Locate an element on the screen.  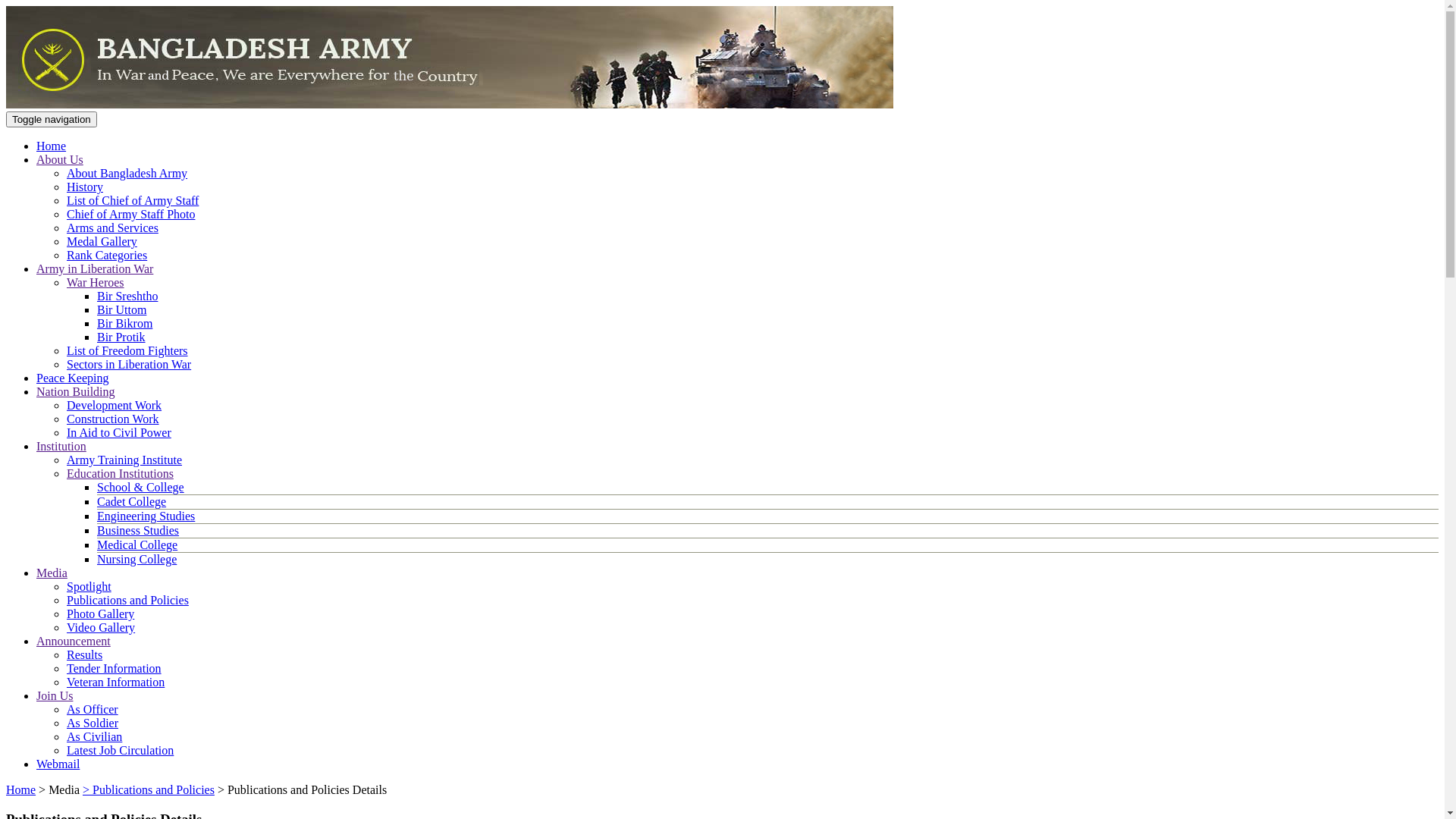
'Rank Categories' is located at coordinates (105, 254).